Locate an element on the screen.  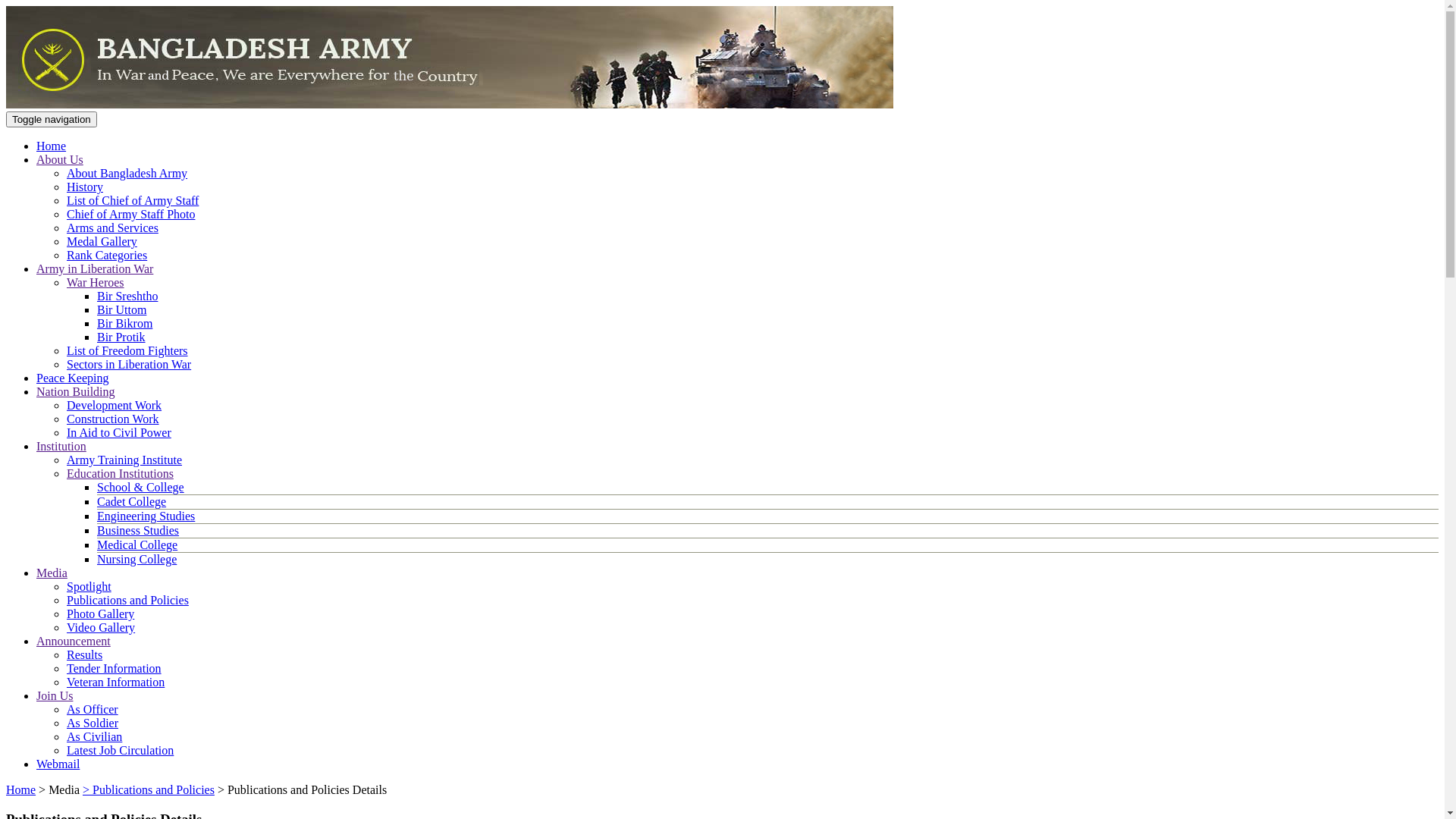
'Rank Categories' is located at coordinates (105, 254).